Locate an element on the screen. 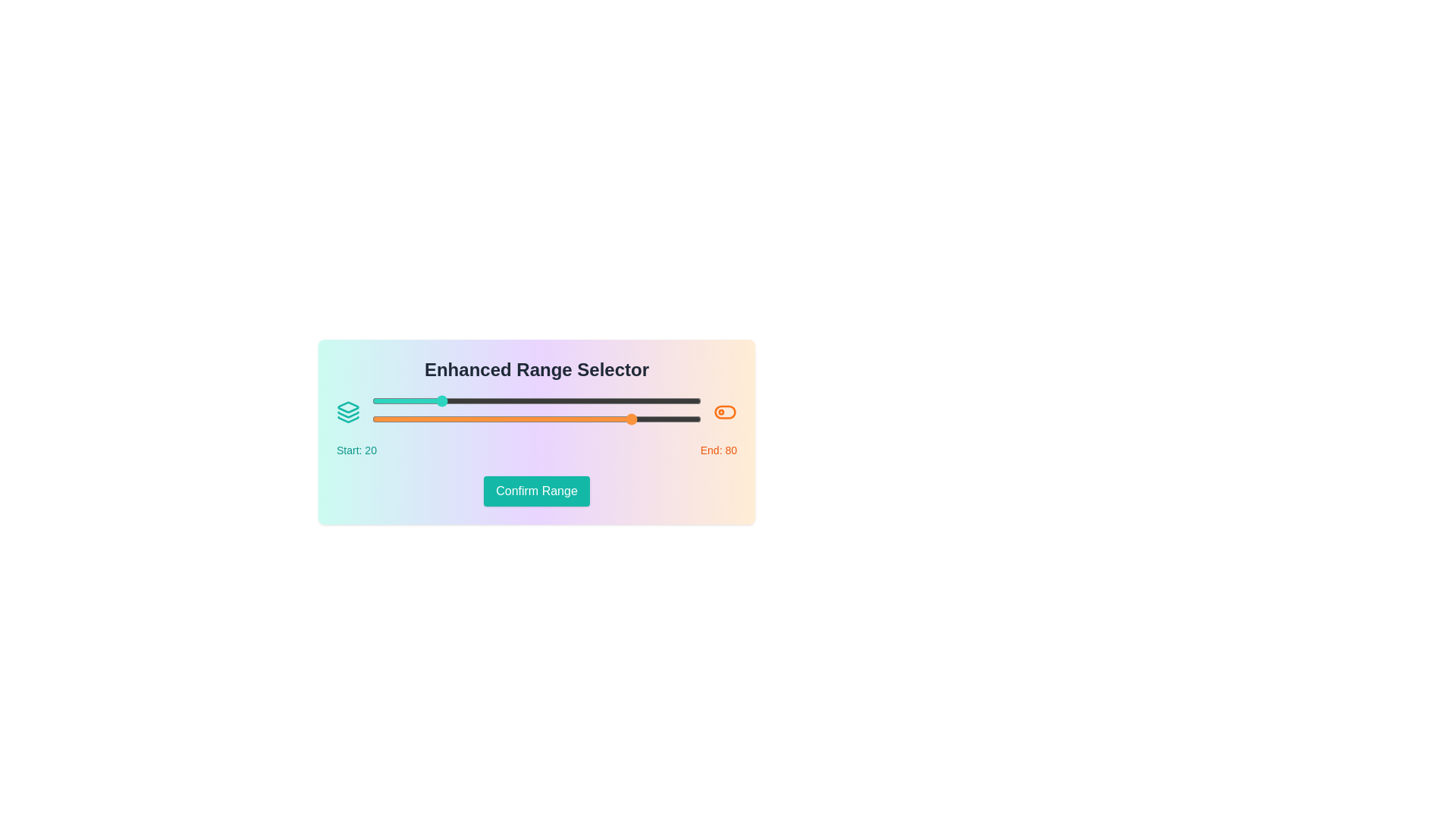  the slider value is located at coordinates (441, 419).